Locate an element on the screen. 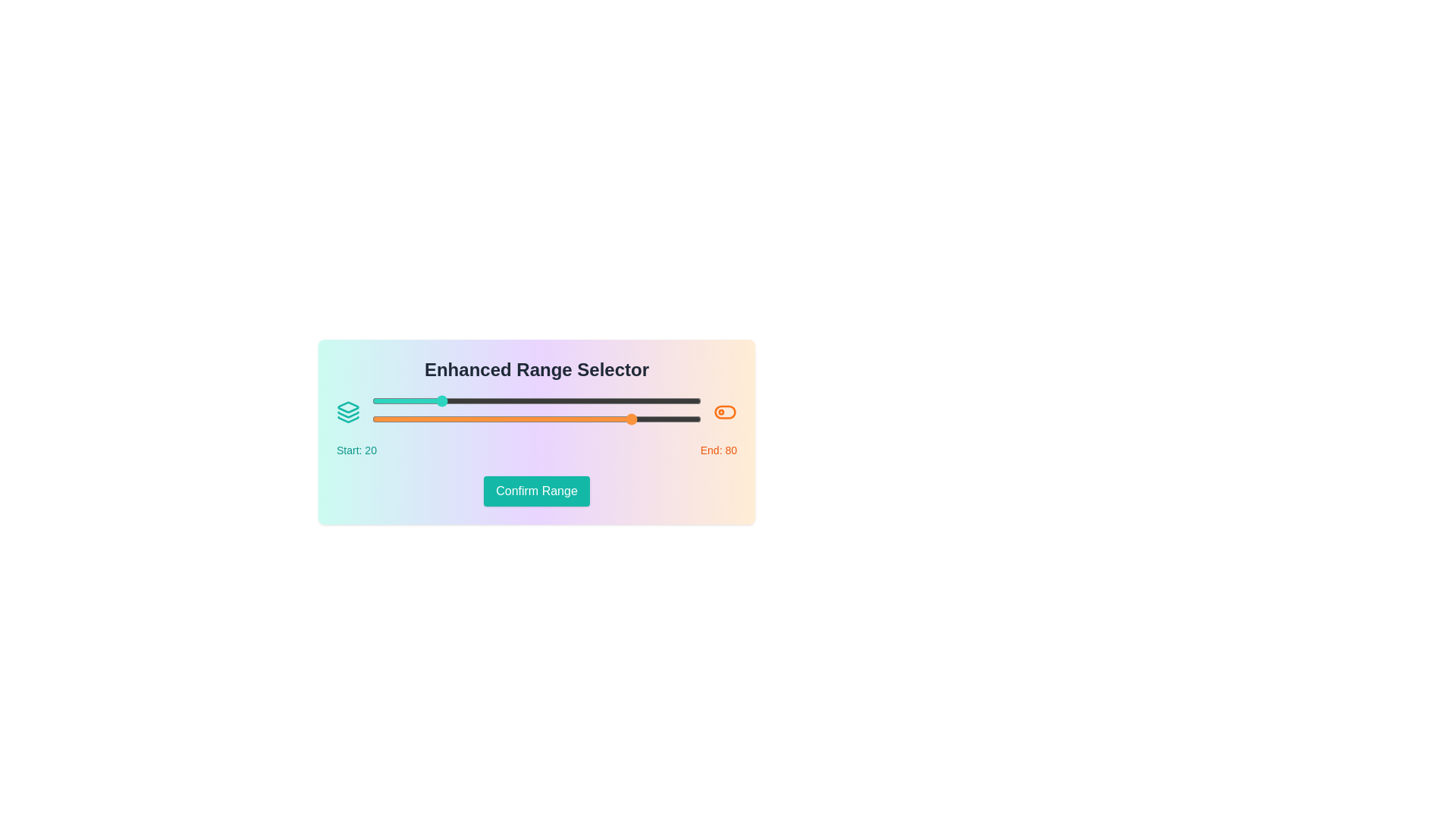  the slider value is located at coordinates (441, 419).